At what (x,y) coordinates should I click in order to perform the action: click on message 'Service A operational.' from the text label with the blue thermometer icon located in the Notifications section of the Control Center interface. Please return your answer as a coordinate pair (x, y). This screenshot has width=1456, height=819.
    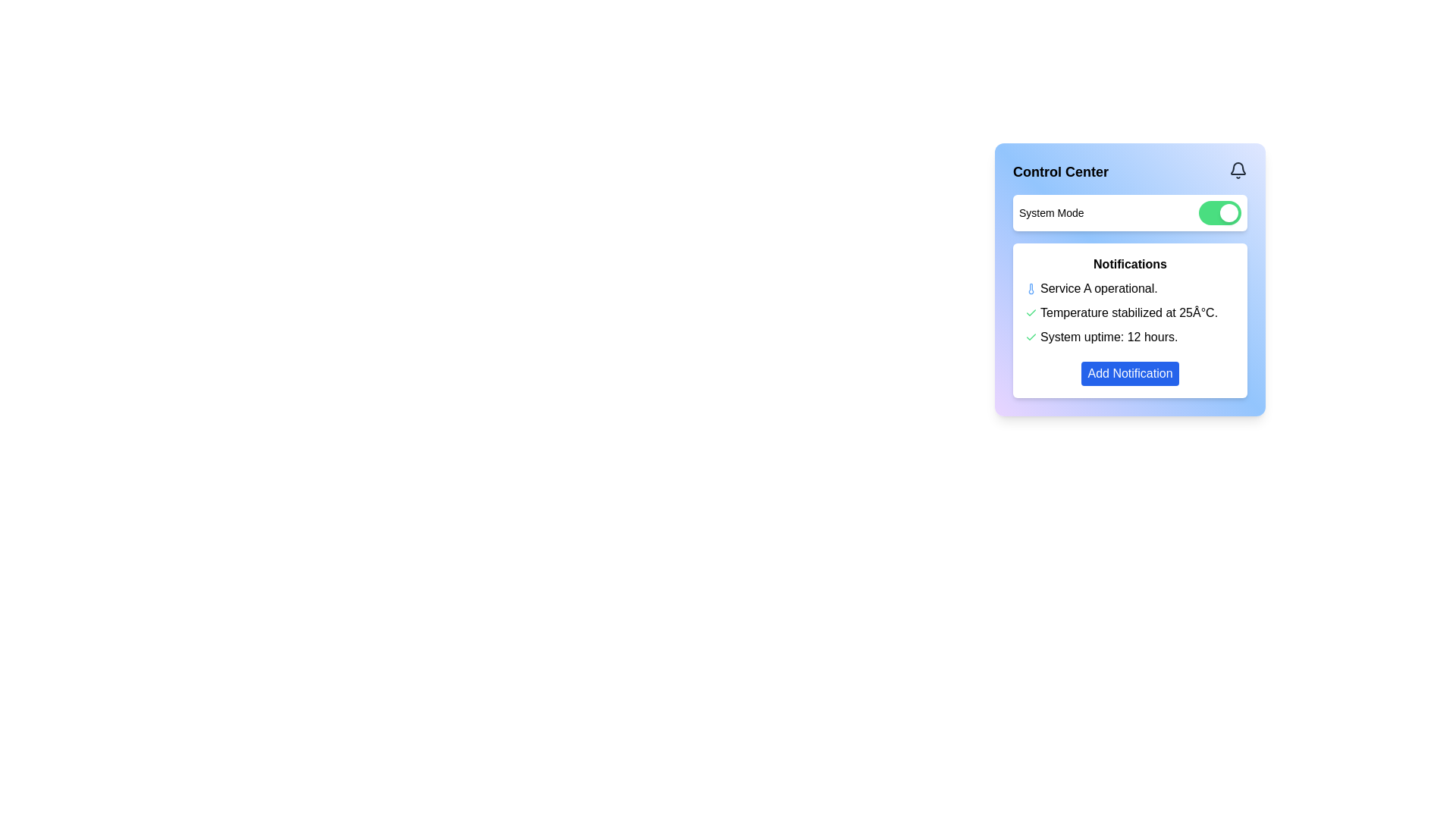
    Looking at the image, I should click on (1130, 289).